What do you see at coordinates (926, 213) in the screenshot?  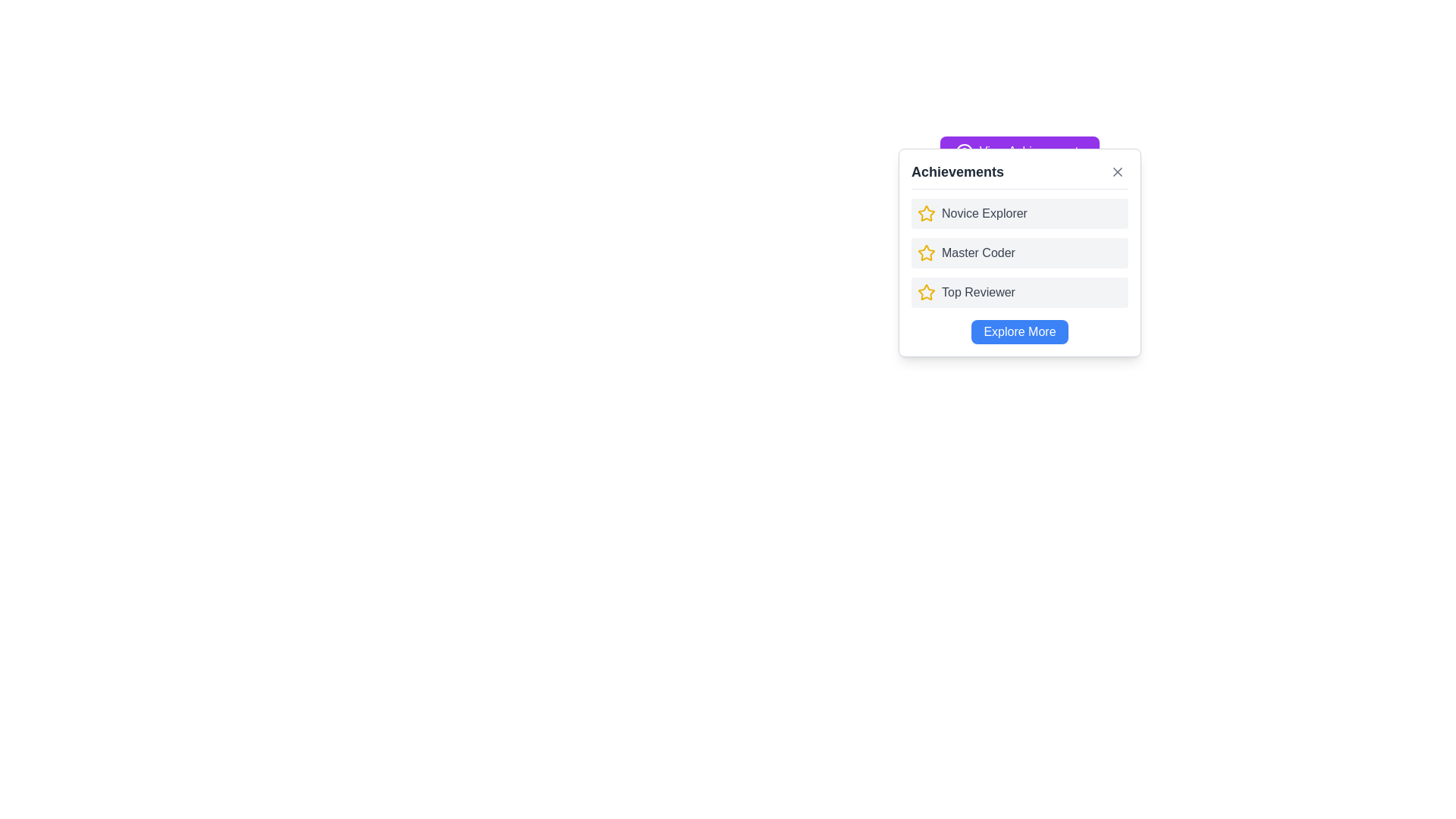 I see `the 'Novice Explorer' achievement icon, which is a star icon located to the left of the text within the top-left section of the white card layout` at bounding box center [926, 213].